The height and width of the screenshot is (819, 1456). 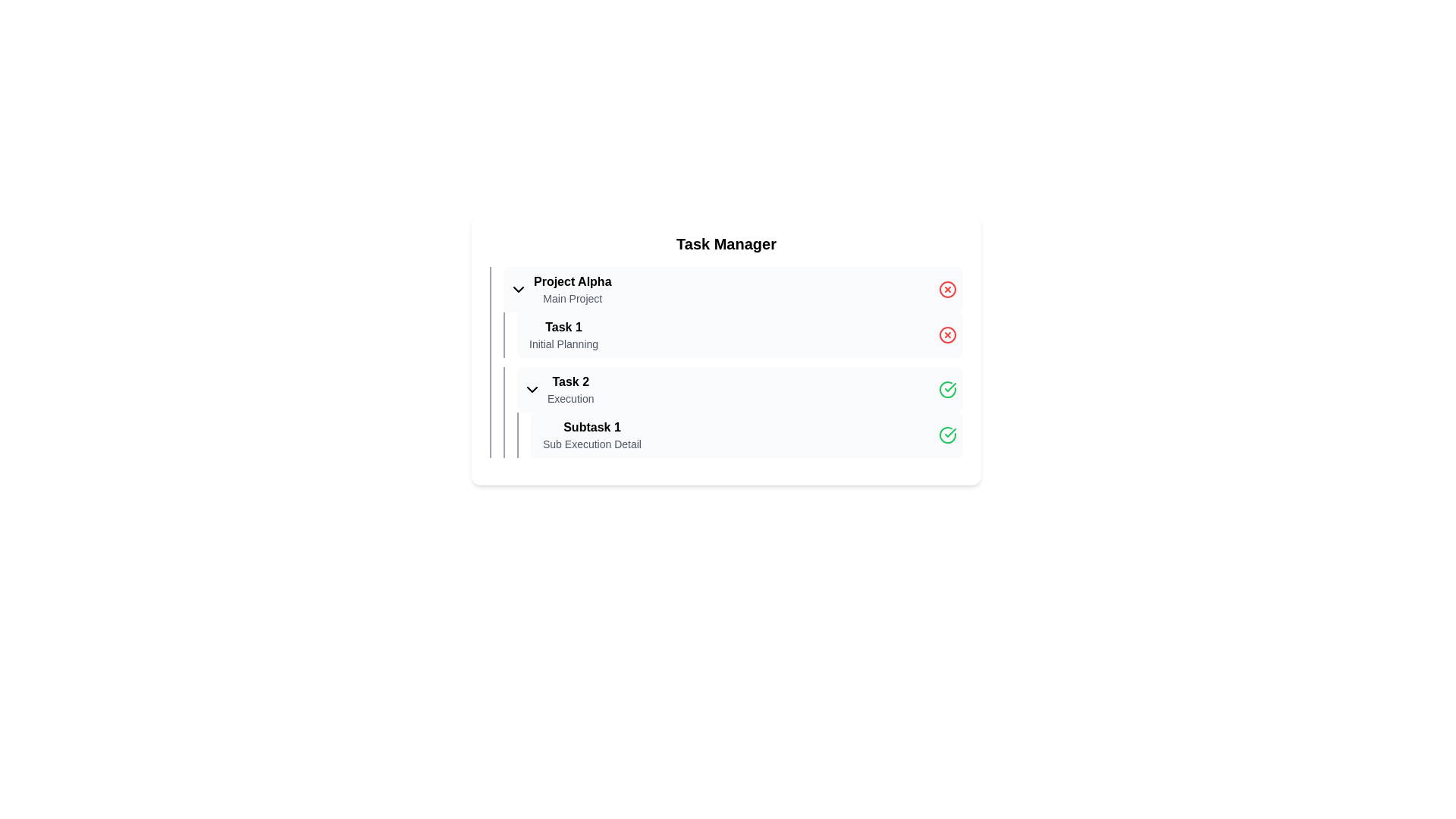 What do you see at coordinates (563, 334) in the screenshot?
I see `to select the task titled 'Task 1' from the hierarchical list under 'Project Alpha'` at bounding box center [563, 334].